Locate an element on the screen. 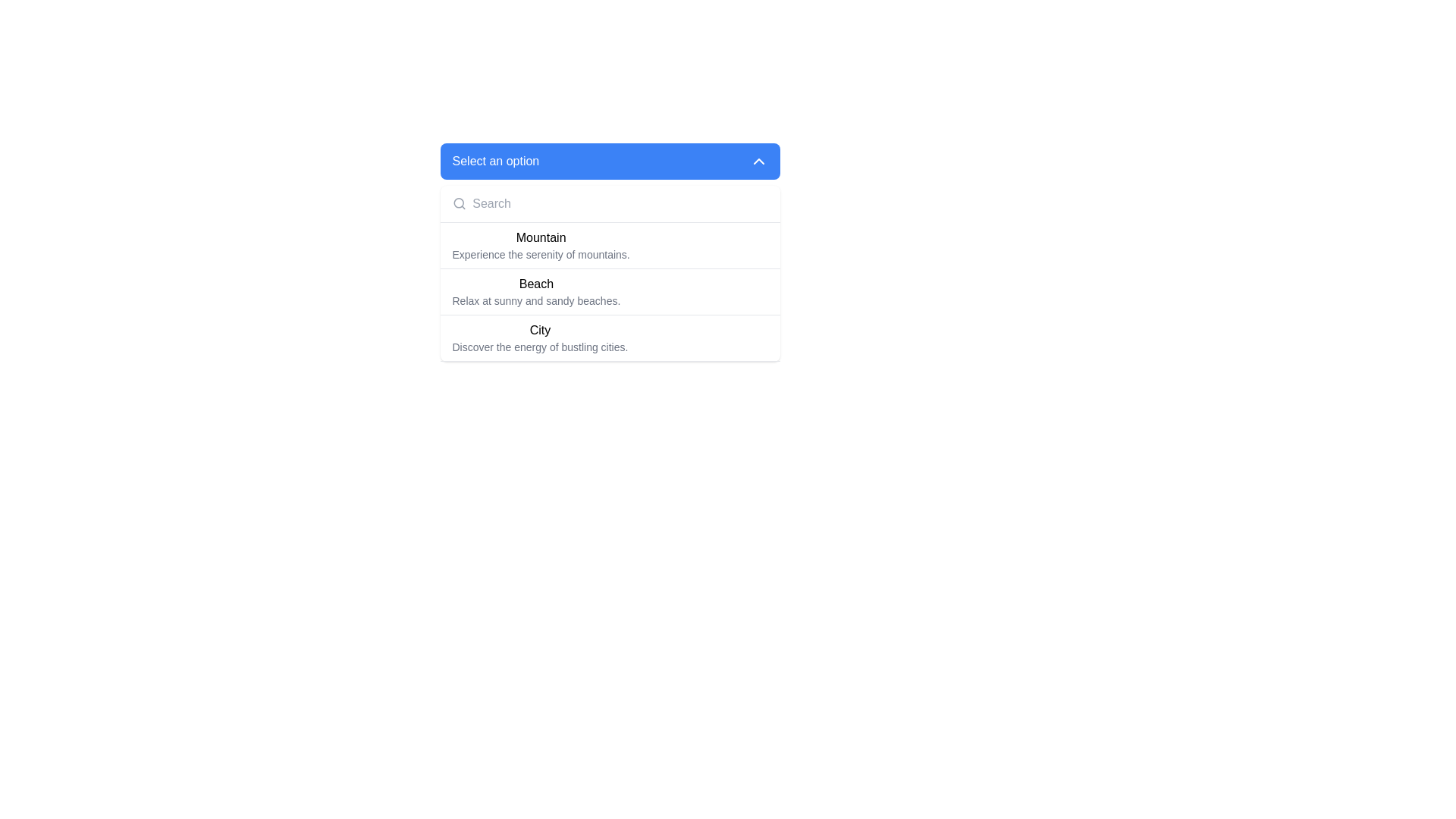 The width and height of the screenshot is (1456, 819). the 'Beach' option in the Dropdown menu items list is located at coordinates (610, 274).